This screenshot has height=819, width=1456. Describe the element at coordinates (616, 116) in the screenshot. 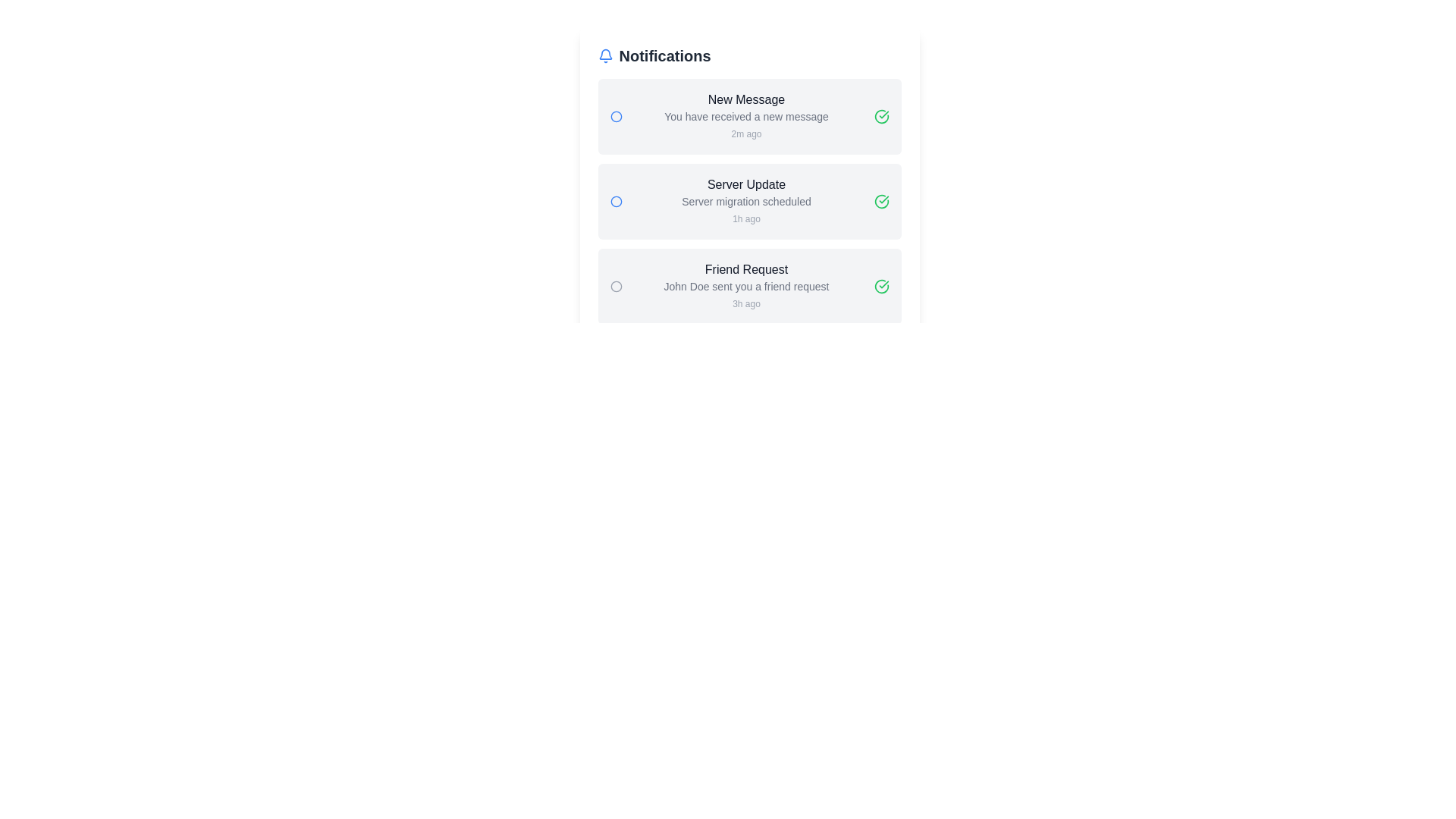

I see `the visual indicator icon in the top notification card labeled 'New Message', which is aligned horizontally with the card's content and located to the left of the text` at that location.